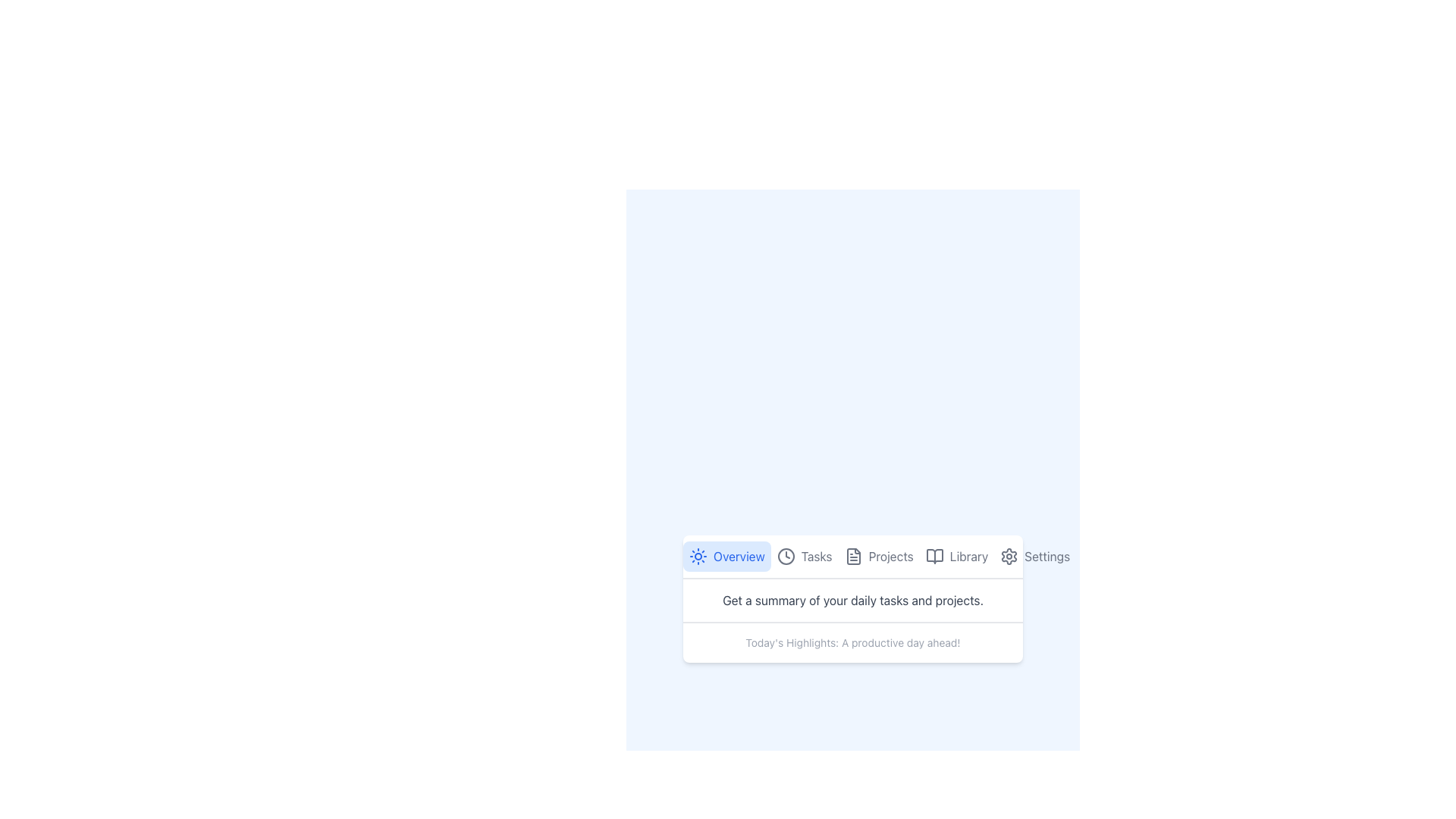 The height and width of the screenshot is (819, 1456). I want to click on the 'Projects' text label in the navigation bar, which is the third item following 'Tasks' and preceding 'Library', so click(891, 556).